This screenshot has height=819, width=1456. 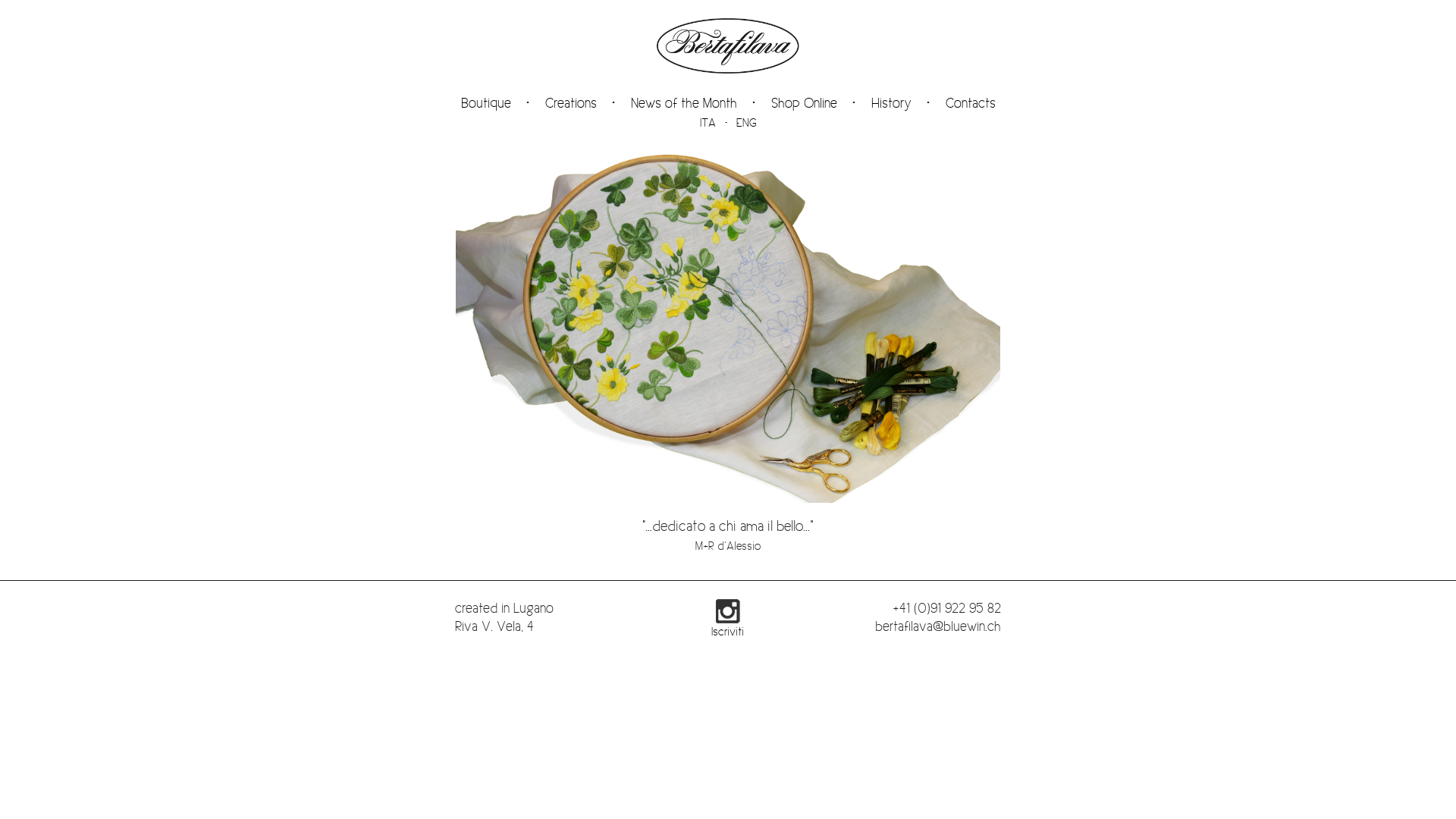 What do you see at coordinates (486, 102) in the screenshot?
I see `'Boutique'` at bounding box center [486, 102].